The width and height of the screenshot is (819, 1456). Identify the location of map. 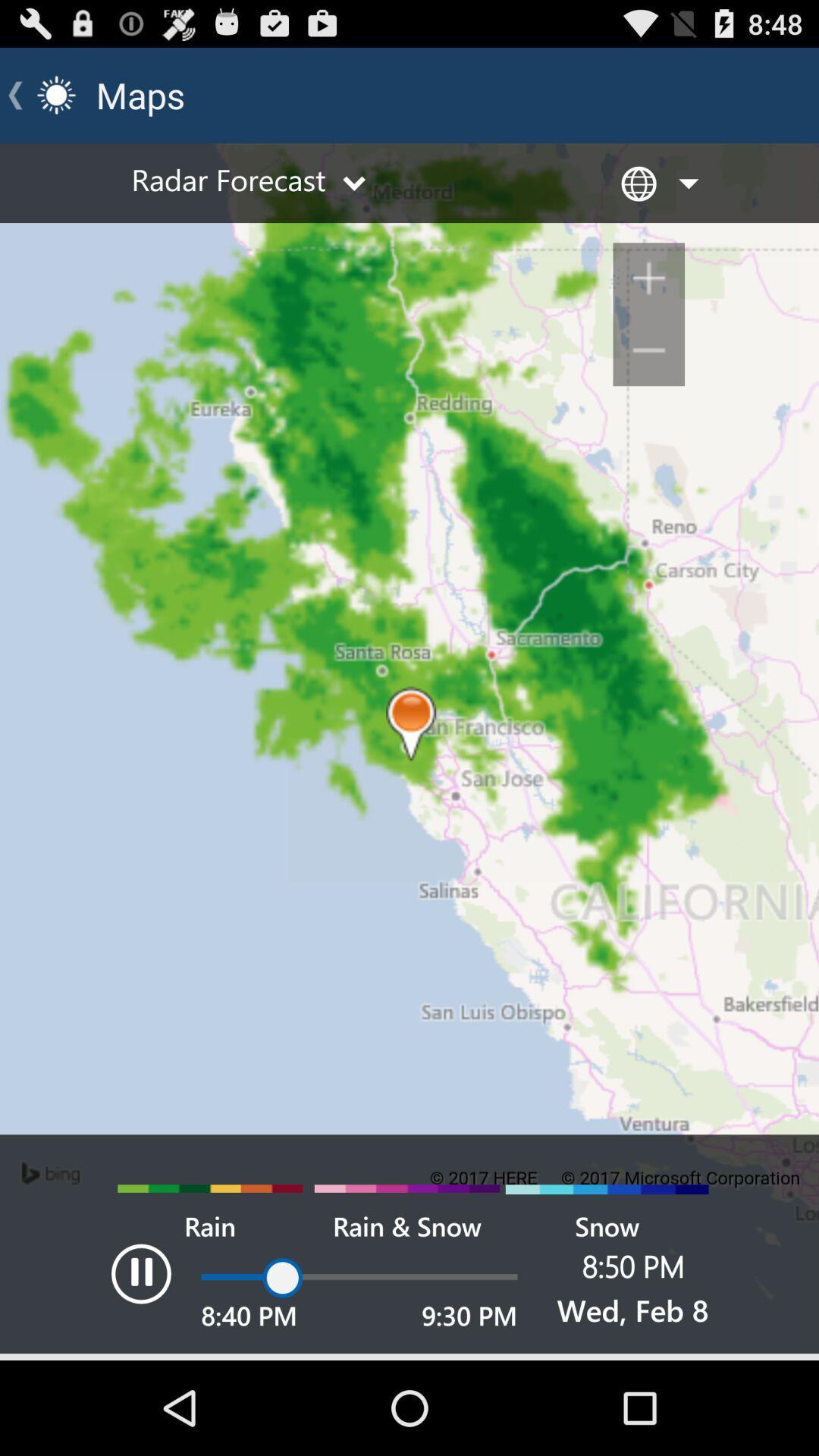
(409, 752).